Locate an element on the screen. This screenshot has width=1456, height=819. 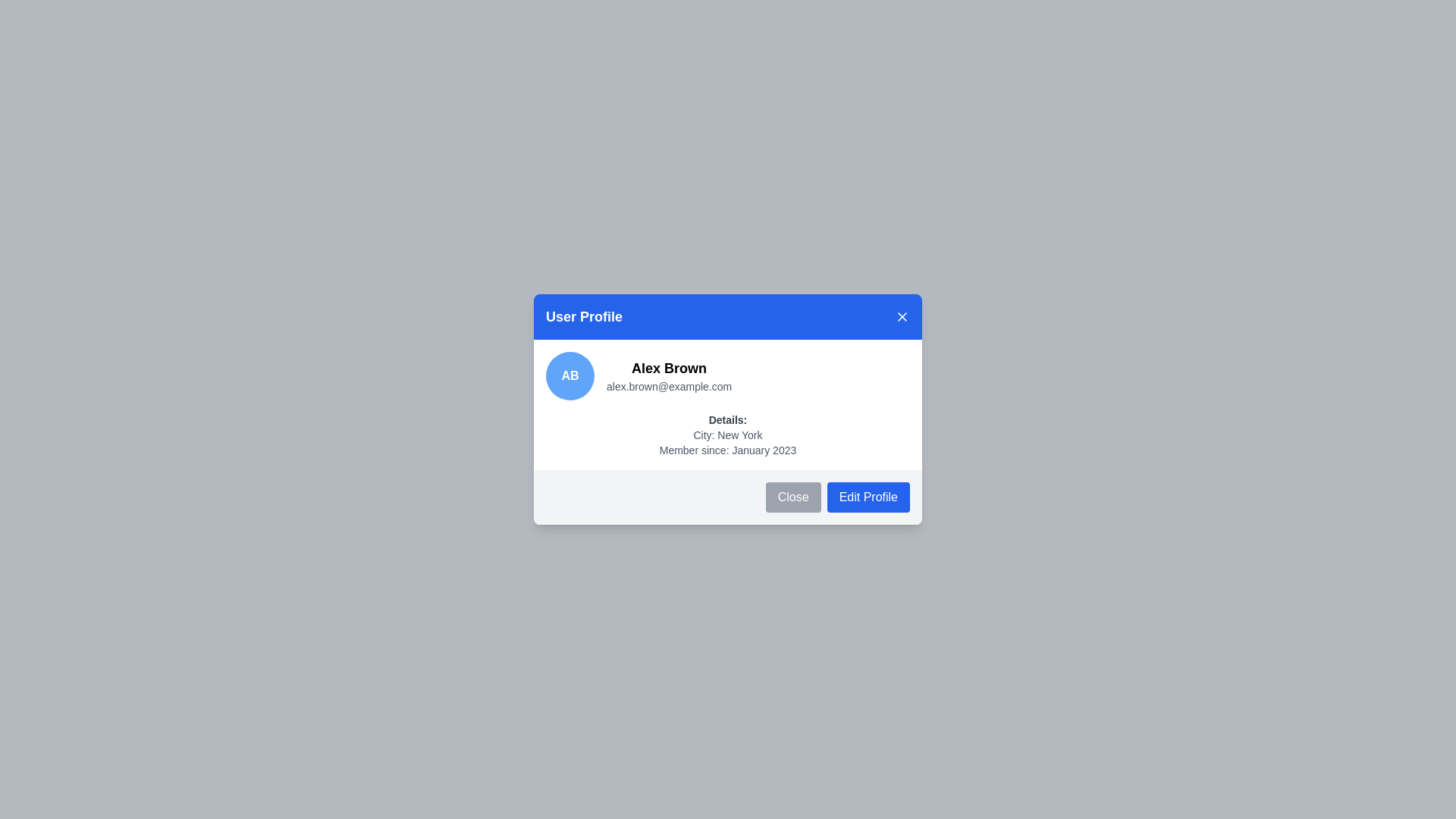
the static text display containing 'Alex Brown' and 'alex.brown@example.com', which is centrally placed within the modal window is located at coordinates (668, 375).